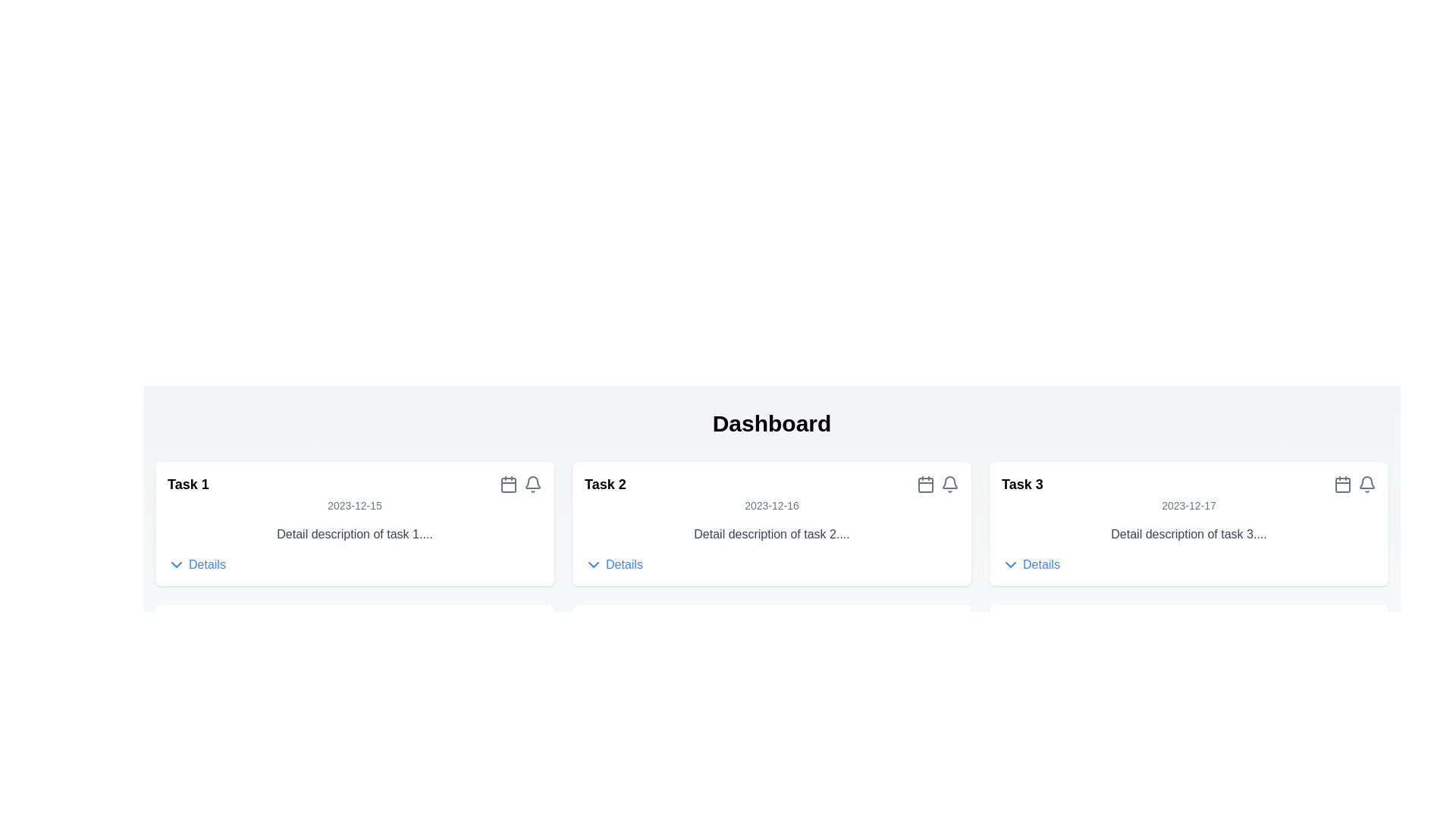 The image size is (1456, 819). What do you see at coordinates (613, 564) in the screenshot?
I see `the 'Details' button located at the bottom-left of the 'Task 2' card` at bounding box center [613, 564].